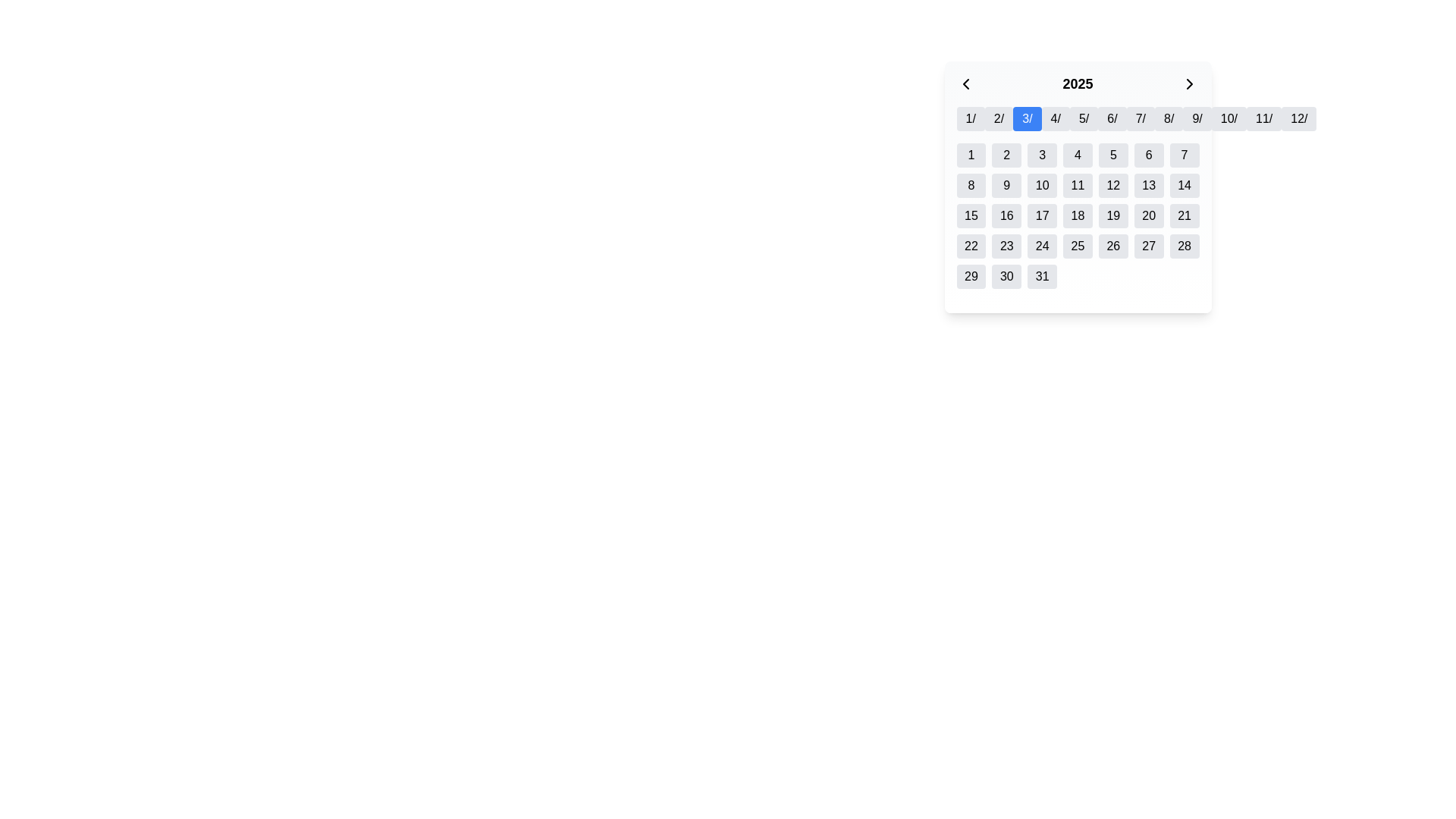 The image size is (1456, 819). I want to click on the button representing the date '3rd' in the March 2025 calendar, so click(1041, 155).